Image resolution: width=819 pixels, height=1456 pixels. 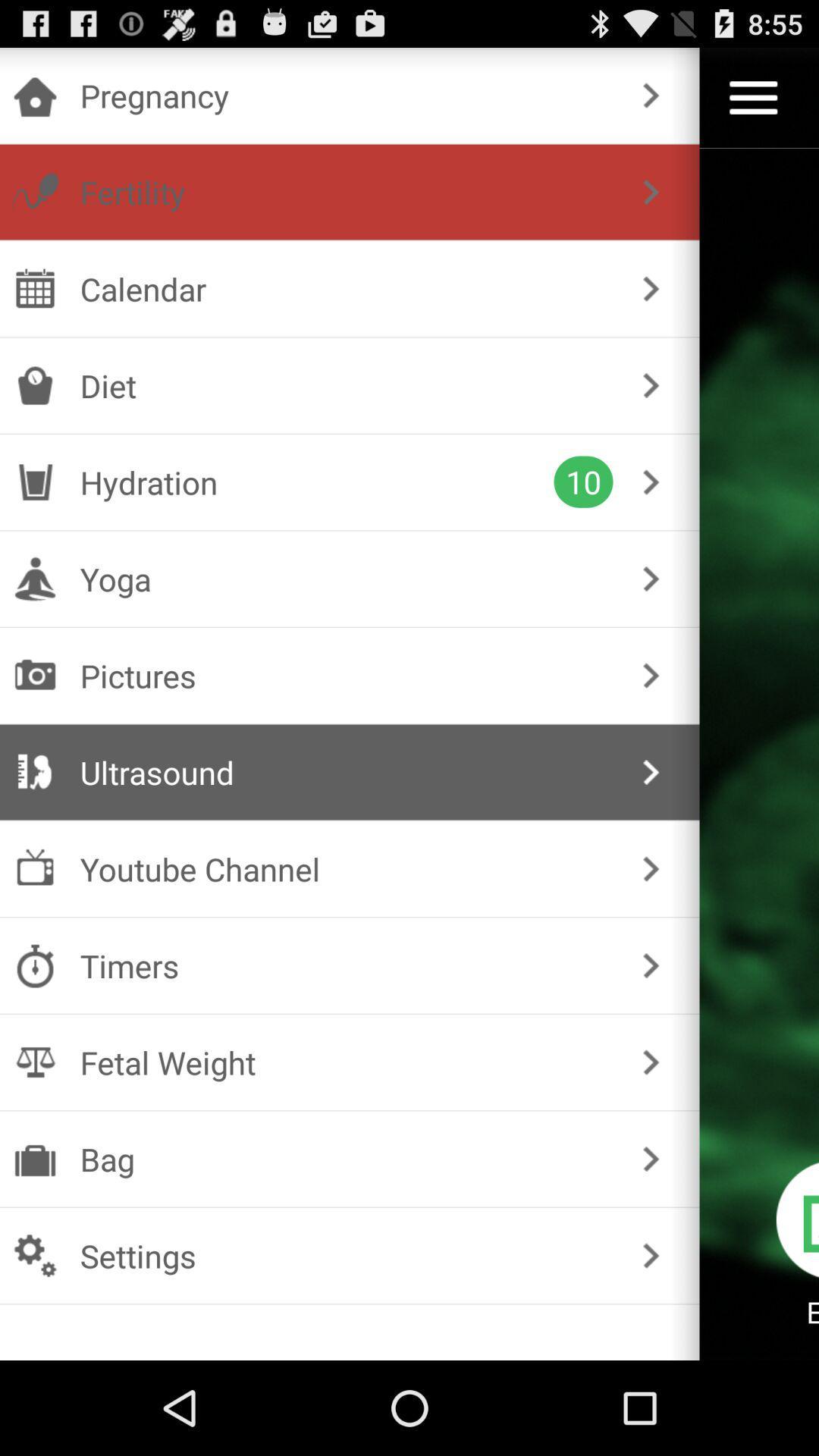 I want to click on the menu icon, so click(x=753, y=104).